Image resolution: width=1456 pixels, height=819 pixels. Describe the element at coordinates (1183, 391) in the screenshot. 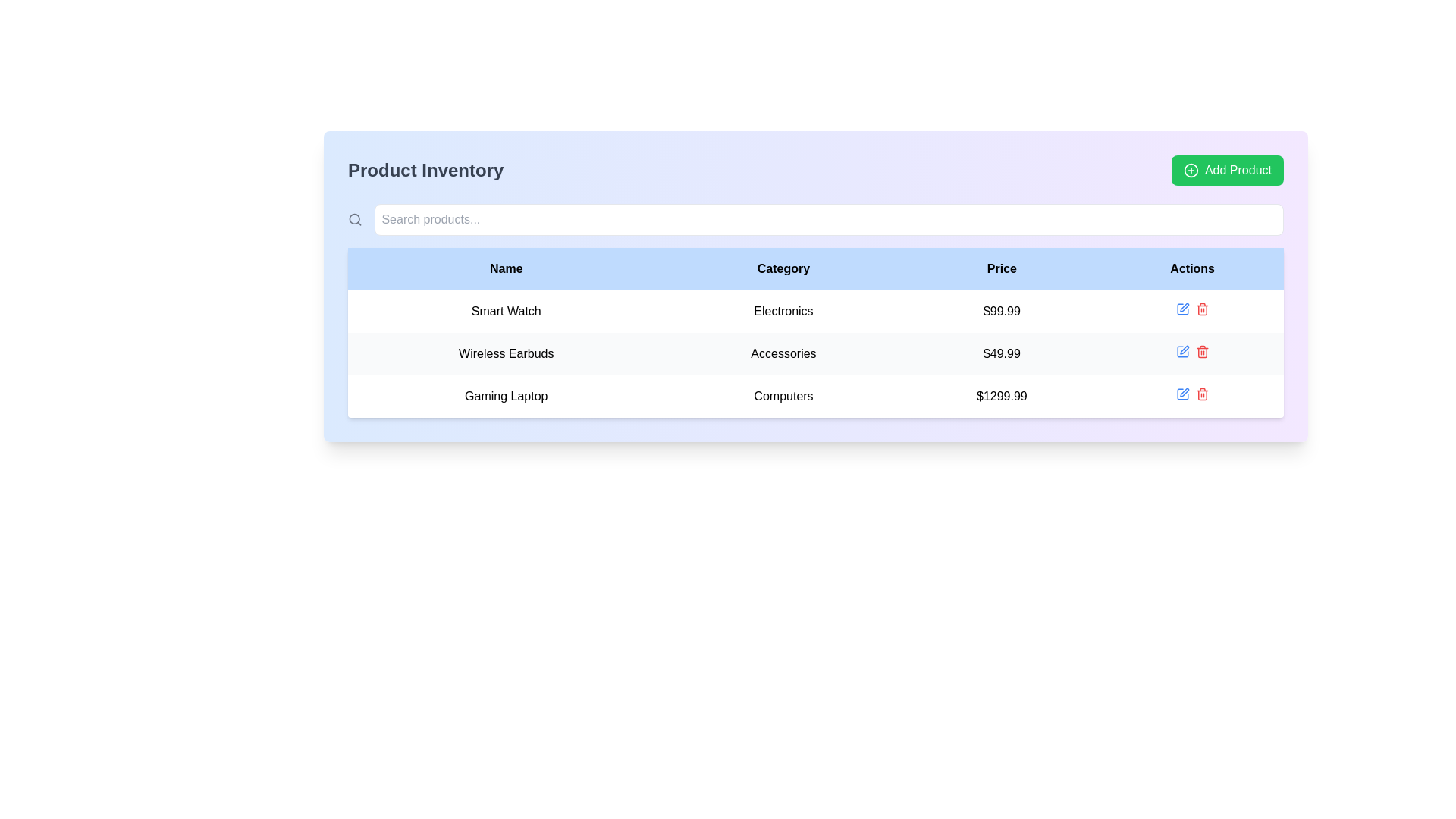

I see `the small pen icon within the 'Actions' column of the table, positioned on the rightmost side of the 'Gaming Laptop' entry` at that location.